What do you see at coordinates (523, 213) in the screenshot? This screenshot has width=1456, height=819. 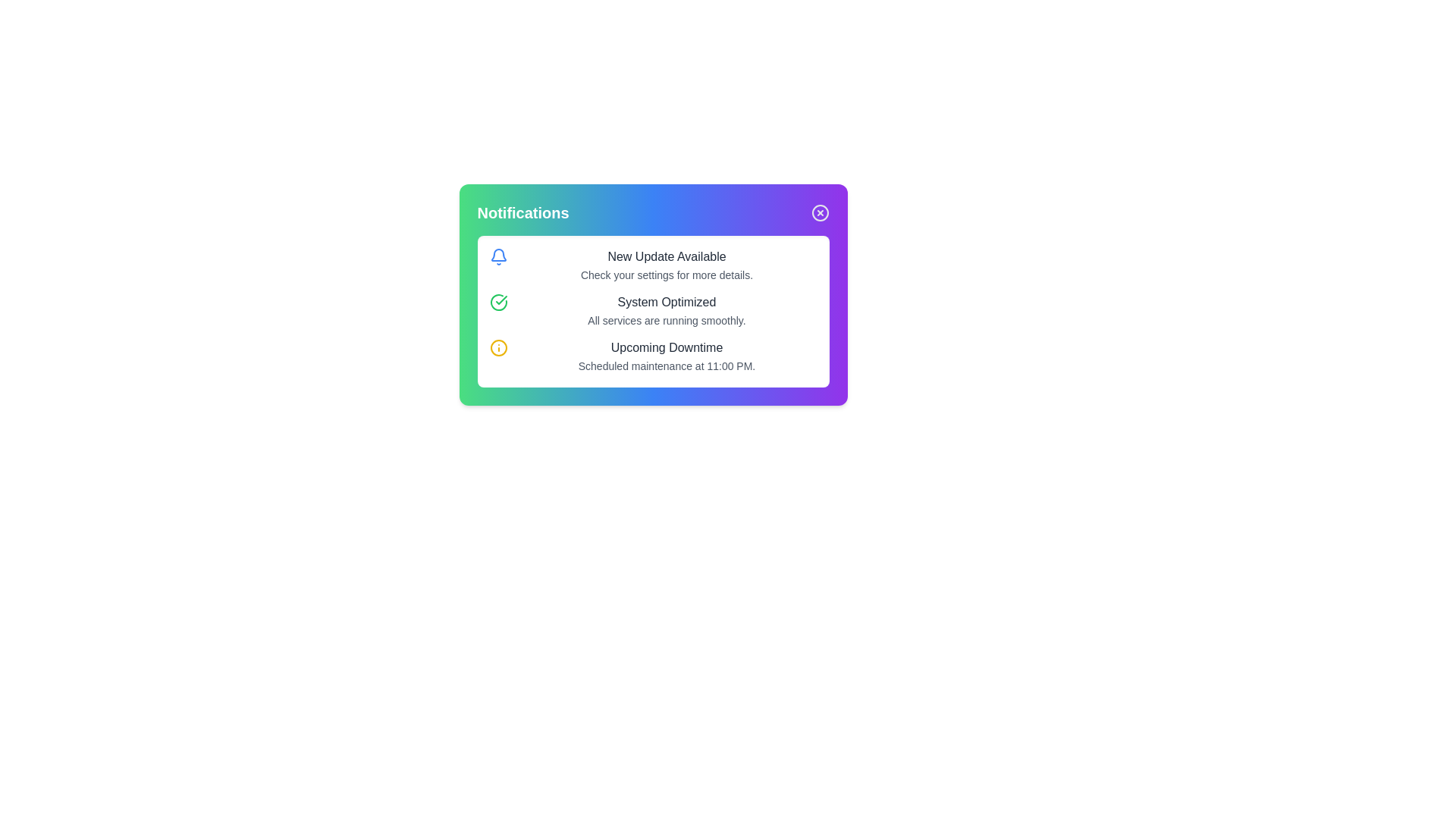 I see `the 'Notifications' static text element, which is a prominently displayed label in white color on a gradient background at the top-left section of the interface` at bounding box center [523, 213].